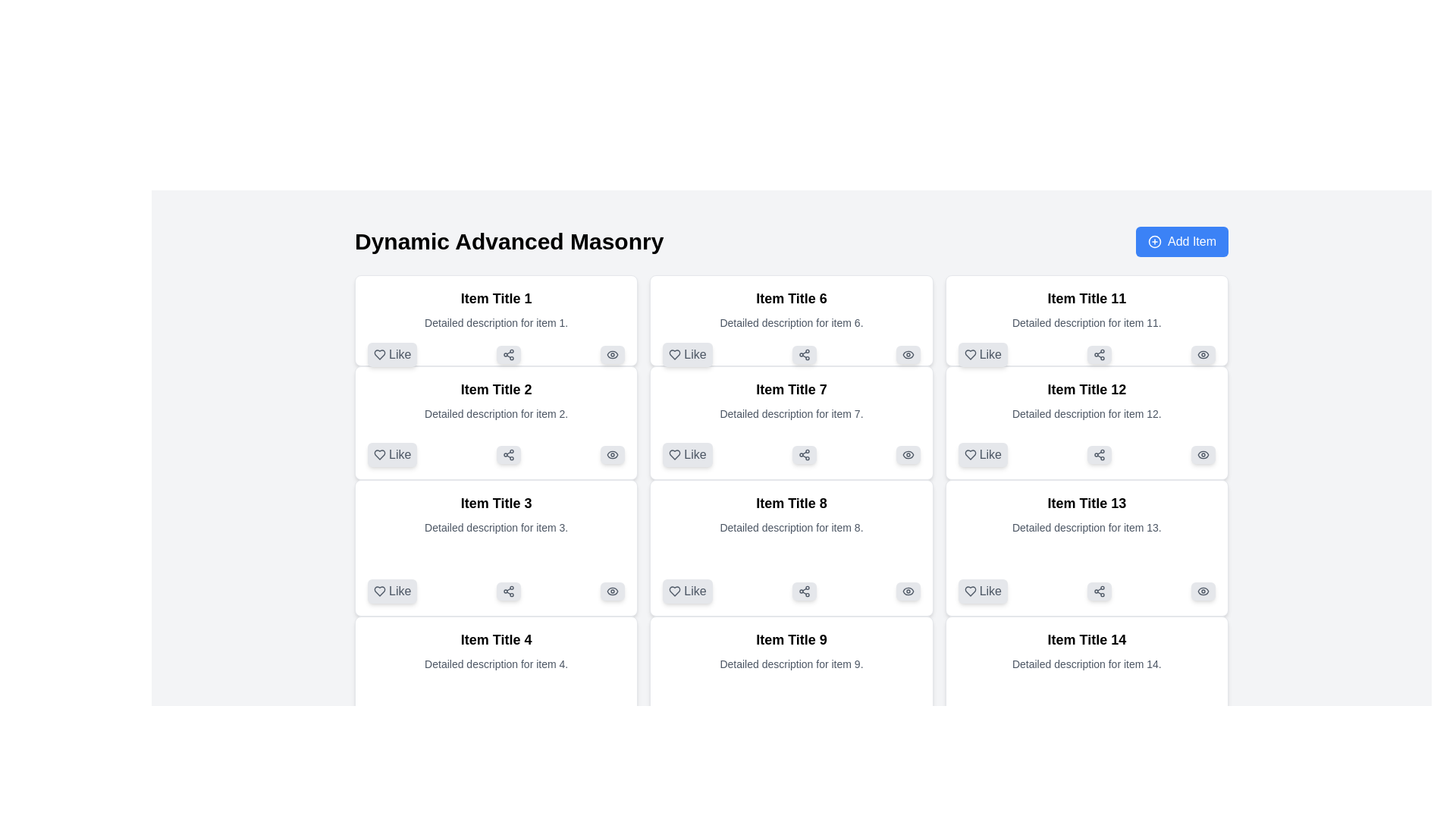 This screenshot has height=819, width=1456. What do you see at coordinates (392, 590) in the screenshot?
I see `the 'like' button located in the bottom-left corner of the card labeled 'Item Title 3' to express approval for the associated content` at bounding box center [392, 590].